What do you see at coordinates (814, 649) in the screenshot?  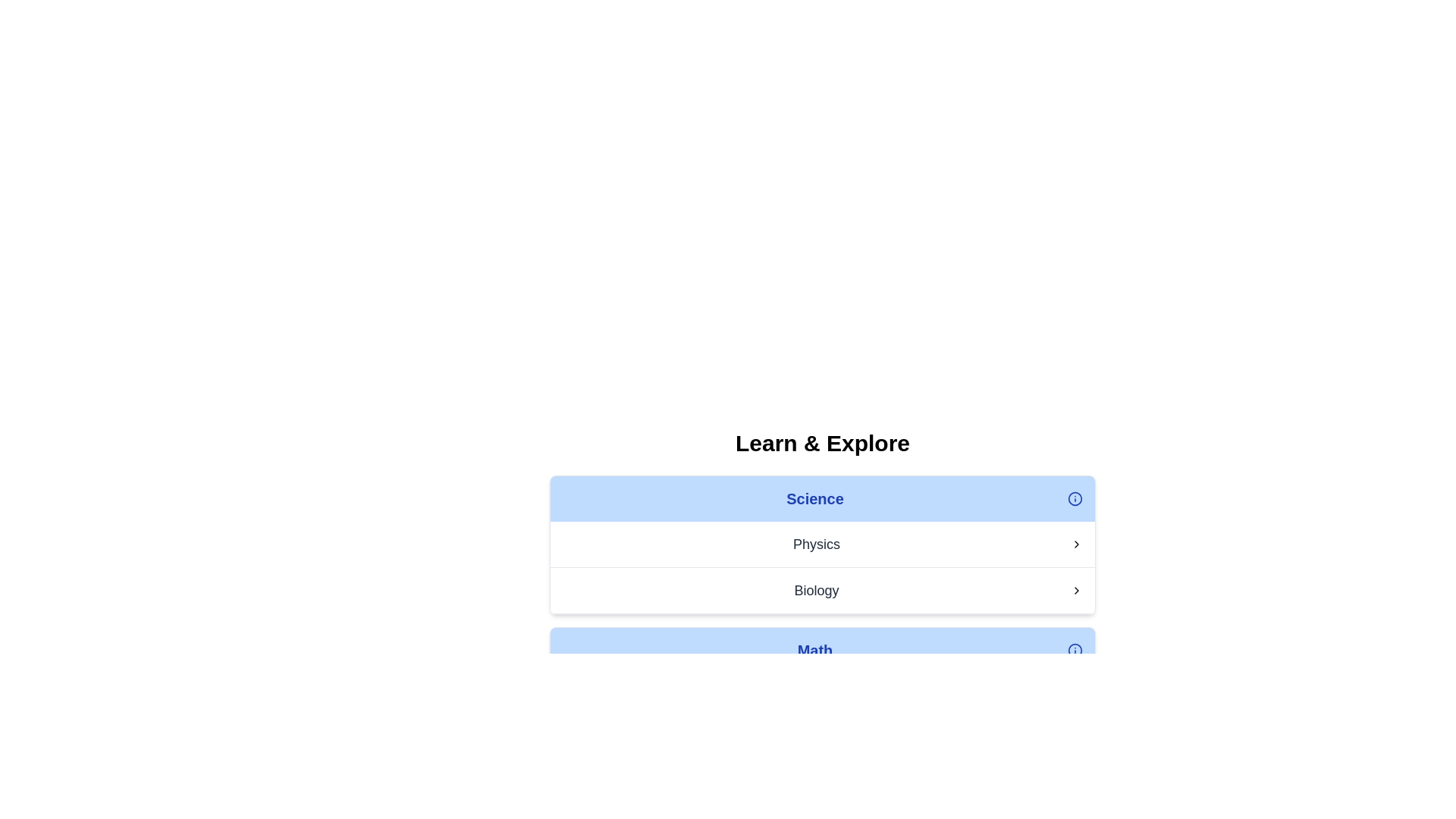 I see `text label displaying the word 'Math', which is styled in bold dark blue font on a light blue background, located in the last row of the 'Learn & Explore' section` at bounding box center [814, 649].